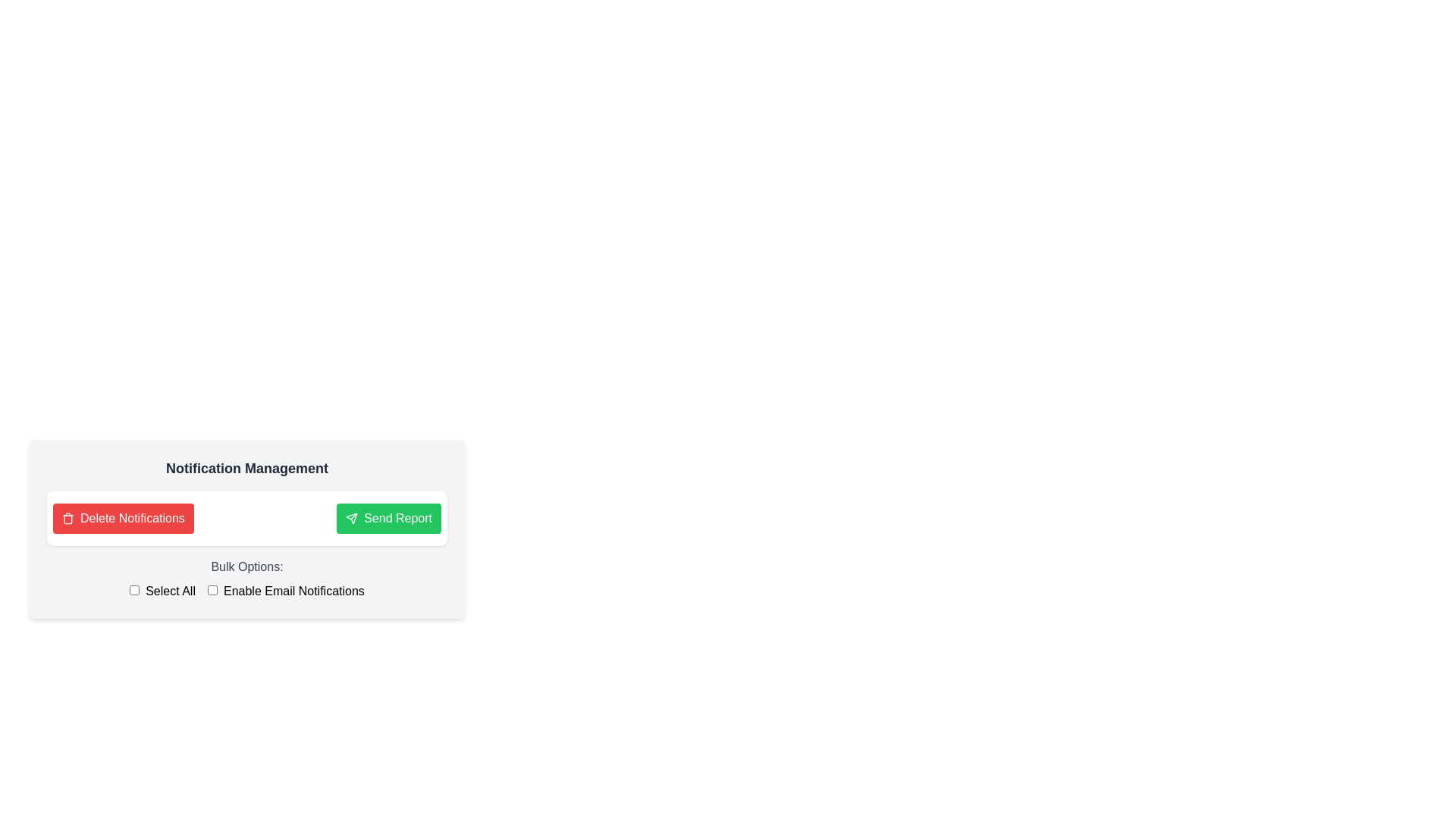 This screenshot has height=819, width=1456. Describe the element at coordinates (351, 517) in the screenshot. I see `the paper plane icon representing the send functionality, located to the left of the 'Send Report' text within the green button` at that location.